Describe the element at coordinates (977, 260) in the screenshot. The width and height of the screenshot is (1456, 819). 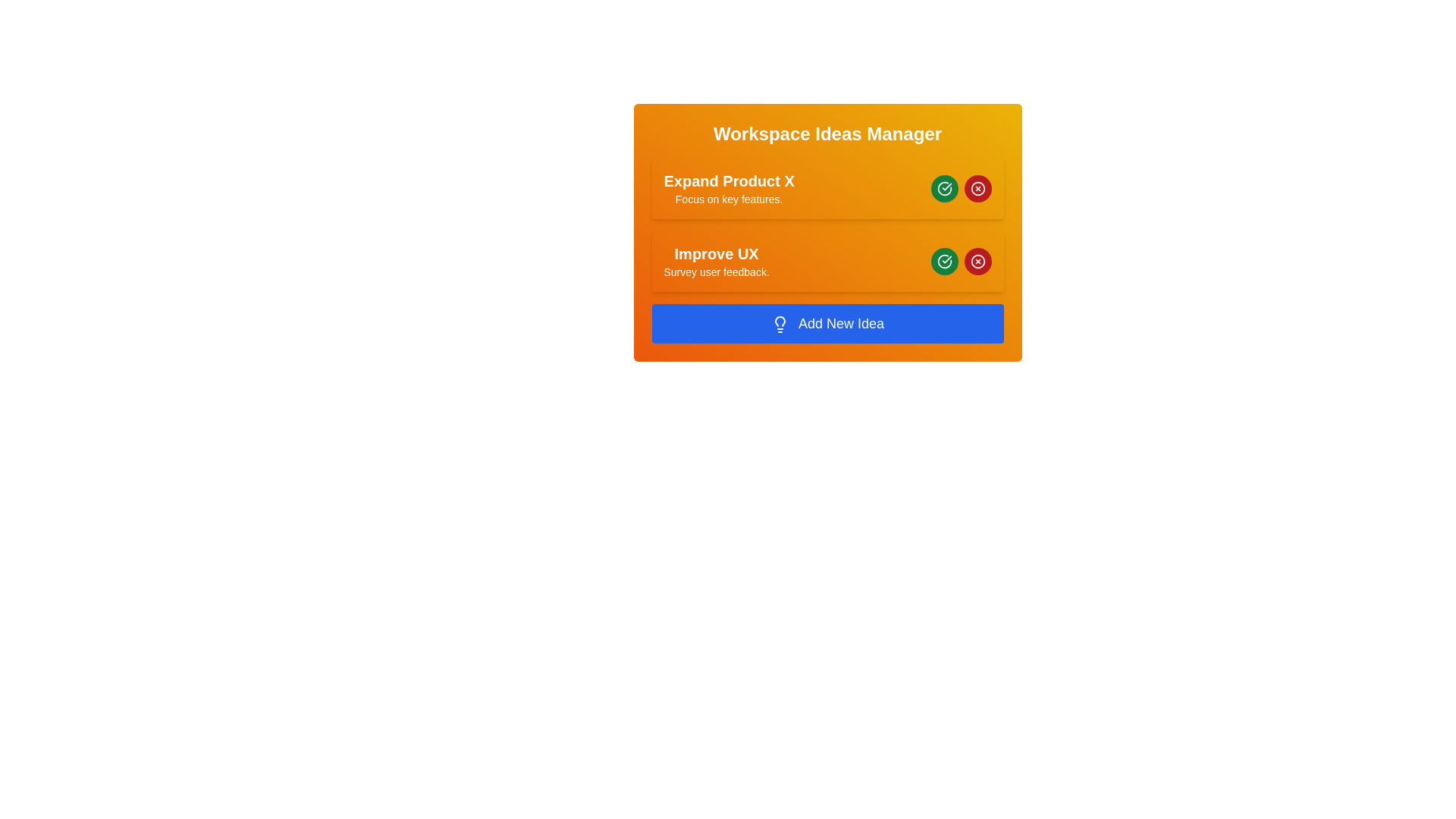
I see `the action button located in the action bar of the 'Improve UX' module, adjacent to the green circular button` at that location.